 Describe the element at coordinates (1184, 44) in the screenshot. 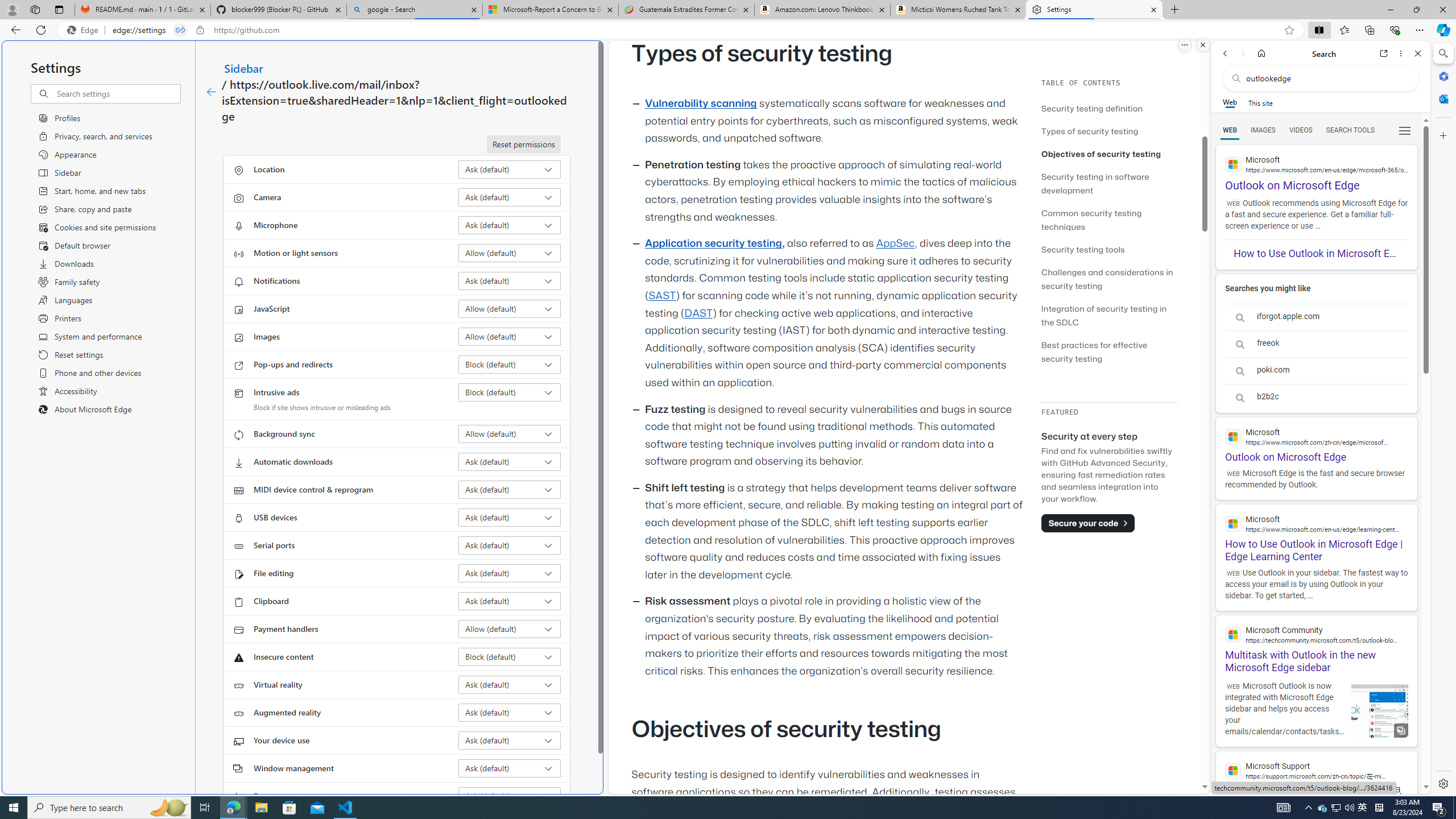

I see `'More options.'` at that location.